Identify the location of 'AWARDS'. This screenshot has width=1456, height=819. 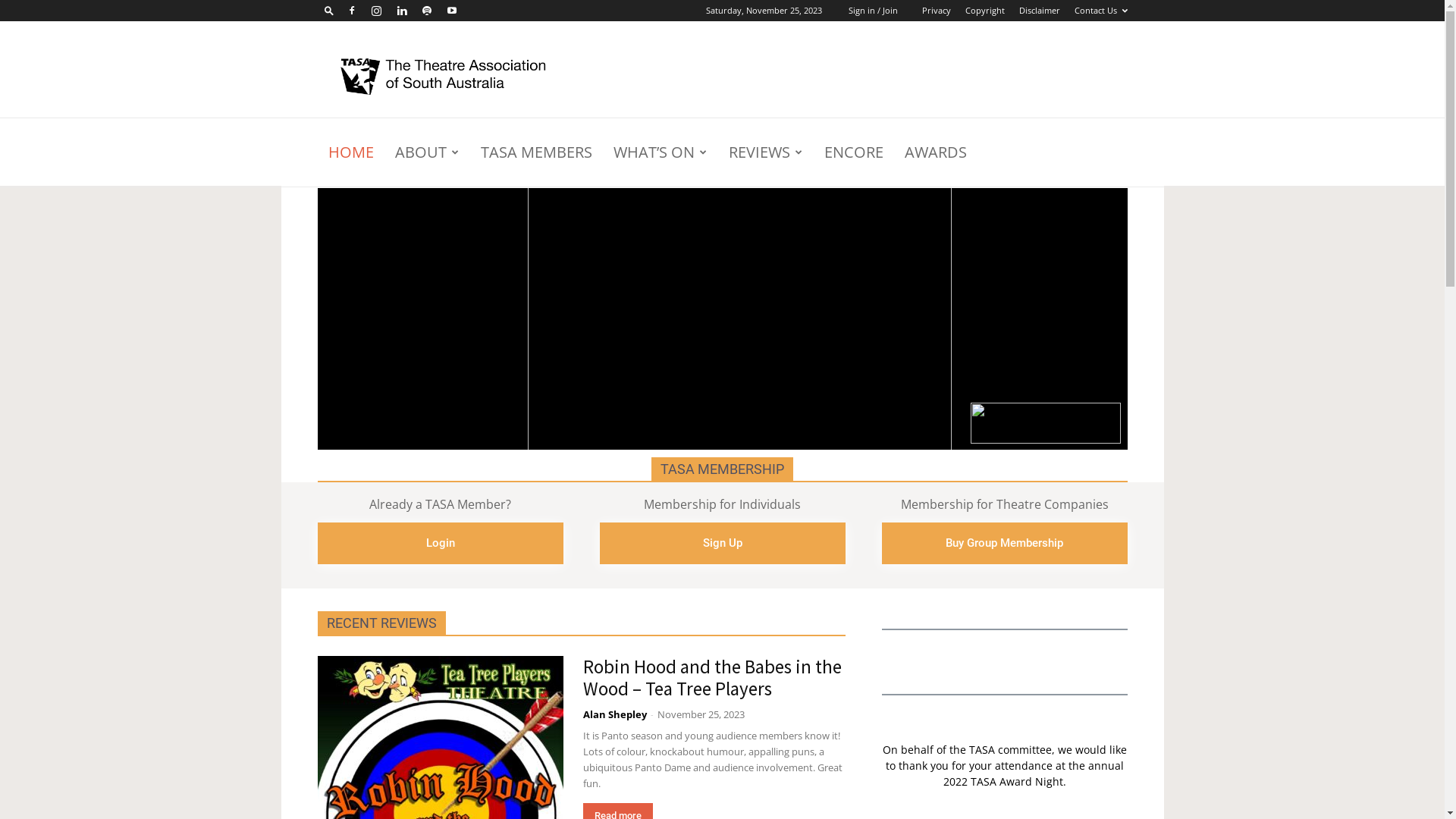
(934, 152).